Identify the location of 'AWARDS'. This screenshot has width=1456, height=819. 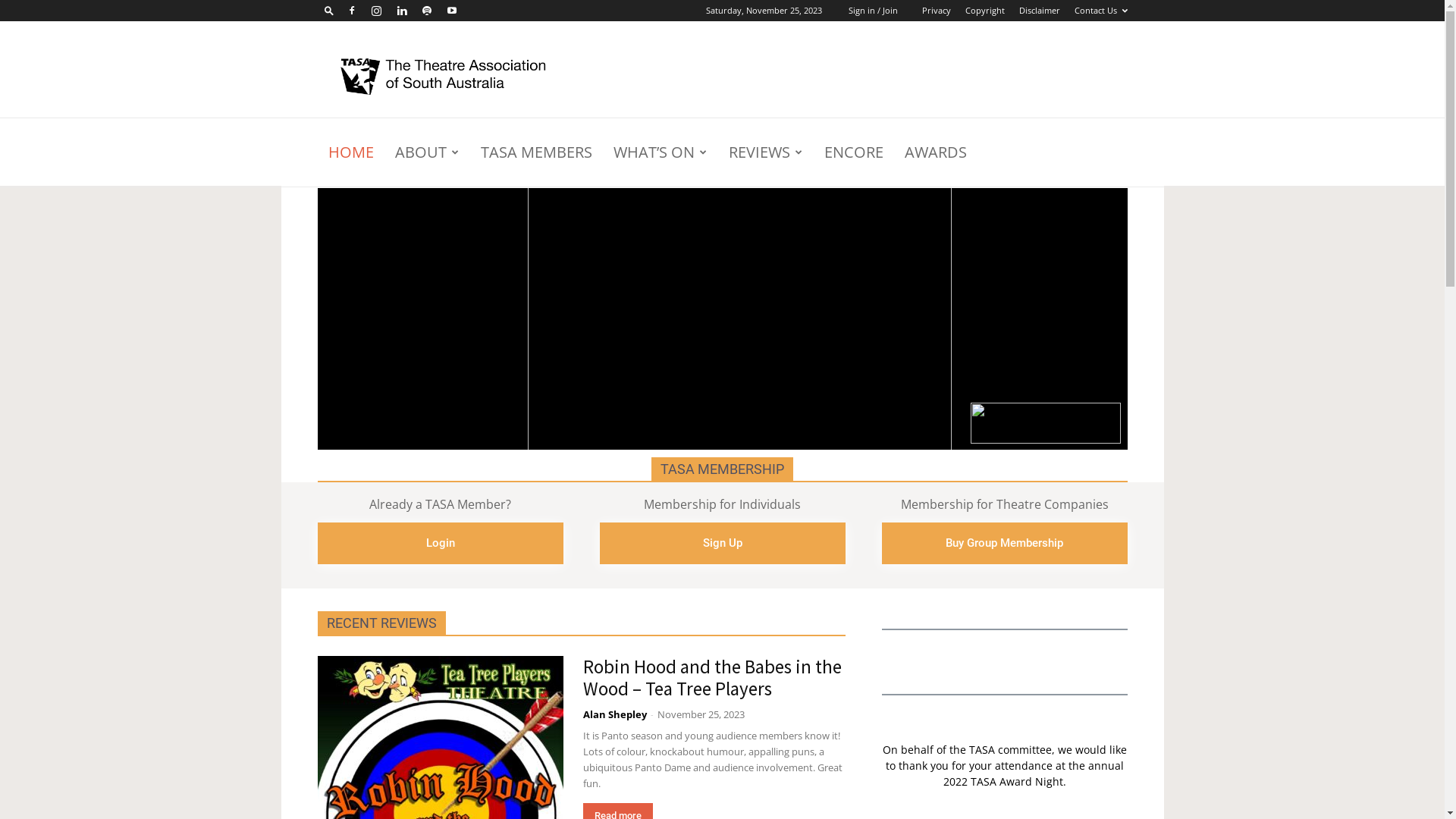
(934, 152).